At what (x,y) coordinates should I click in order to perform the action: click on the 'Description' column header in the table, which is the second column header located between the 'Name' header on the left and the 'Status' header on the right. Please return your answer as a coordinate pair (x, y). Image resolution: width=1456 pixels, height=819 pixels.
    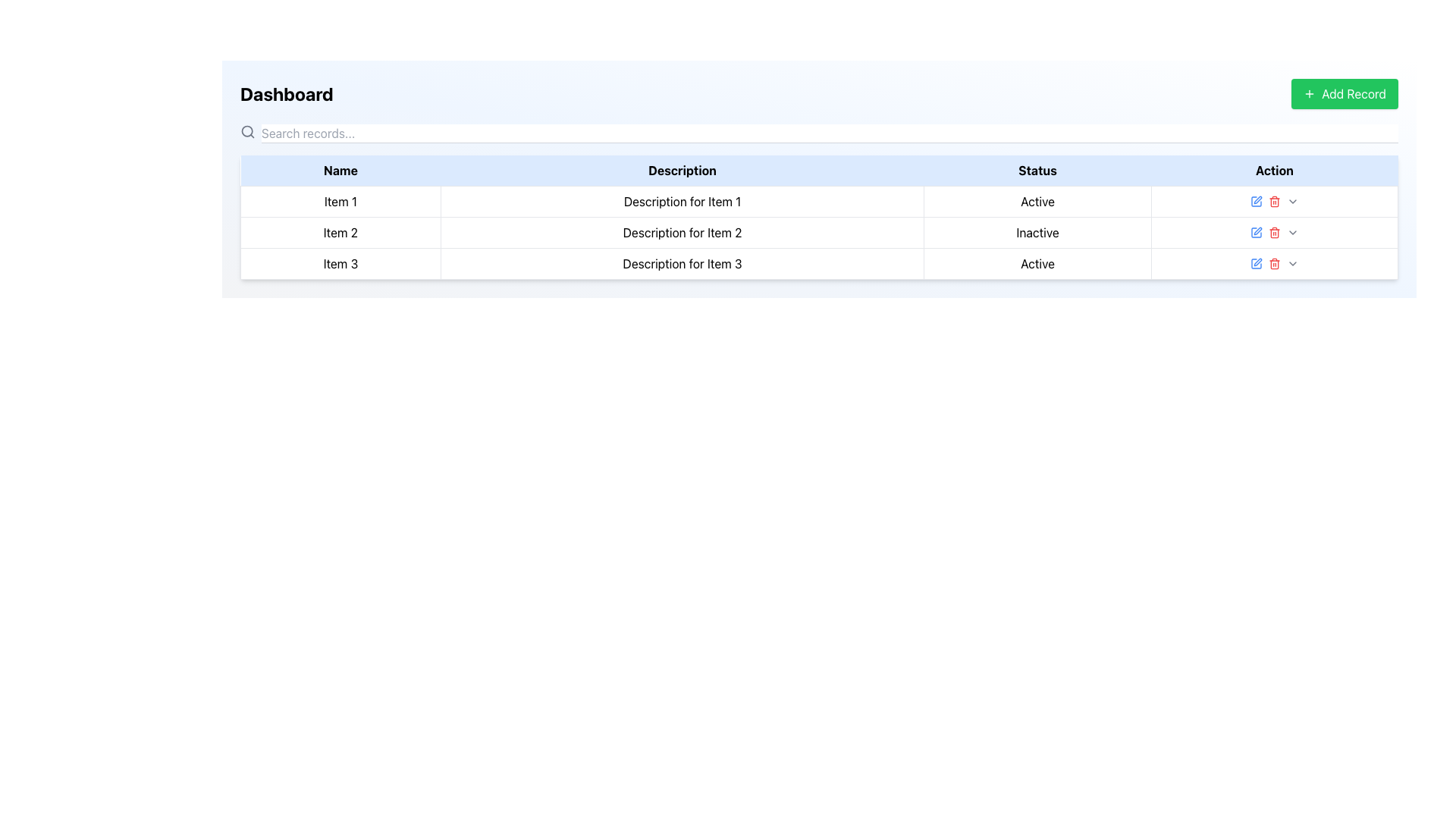
    Looking at the image, I should click on (682, 171).